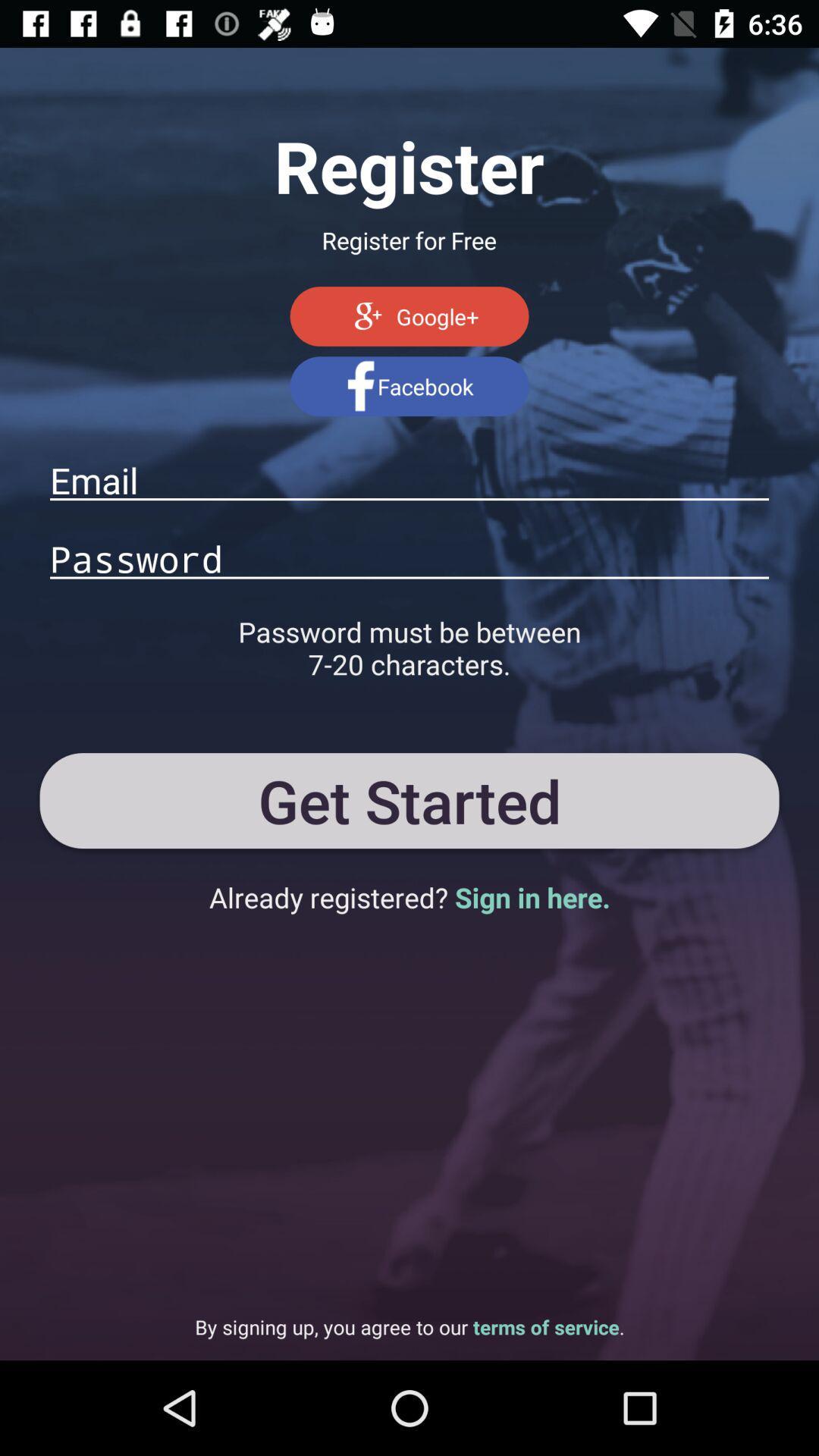 The height and width of the screenshot is (1456, 819). Describe the element at coordinates (409, 800) in the screenshot. I see `icon below password must be item` at that location.